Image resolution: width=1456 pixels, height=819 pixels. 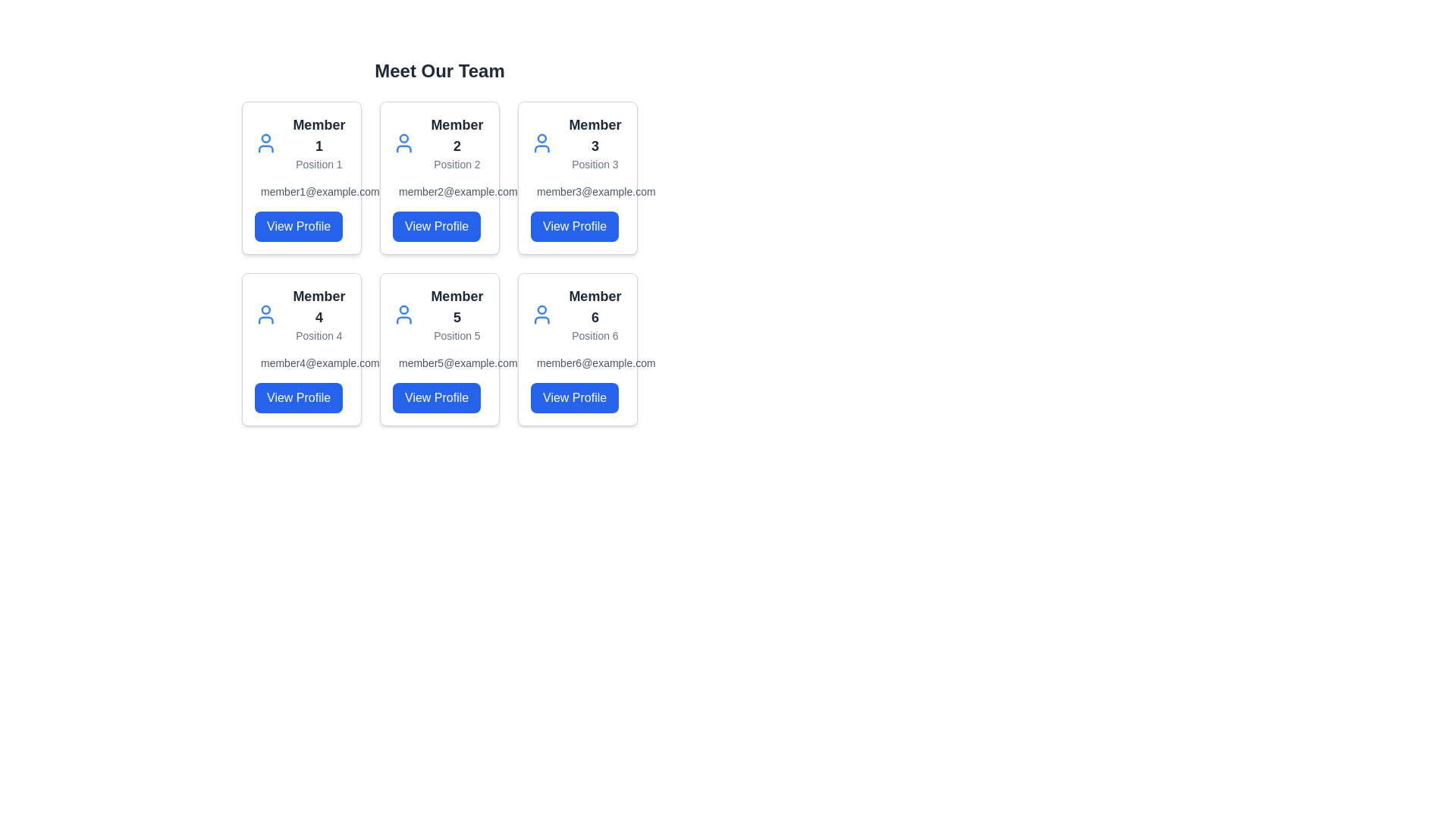 I want to click on the View Profile button on the second card in the top row of the team member card UI component, so click(x=439, y=242).